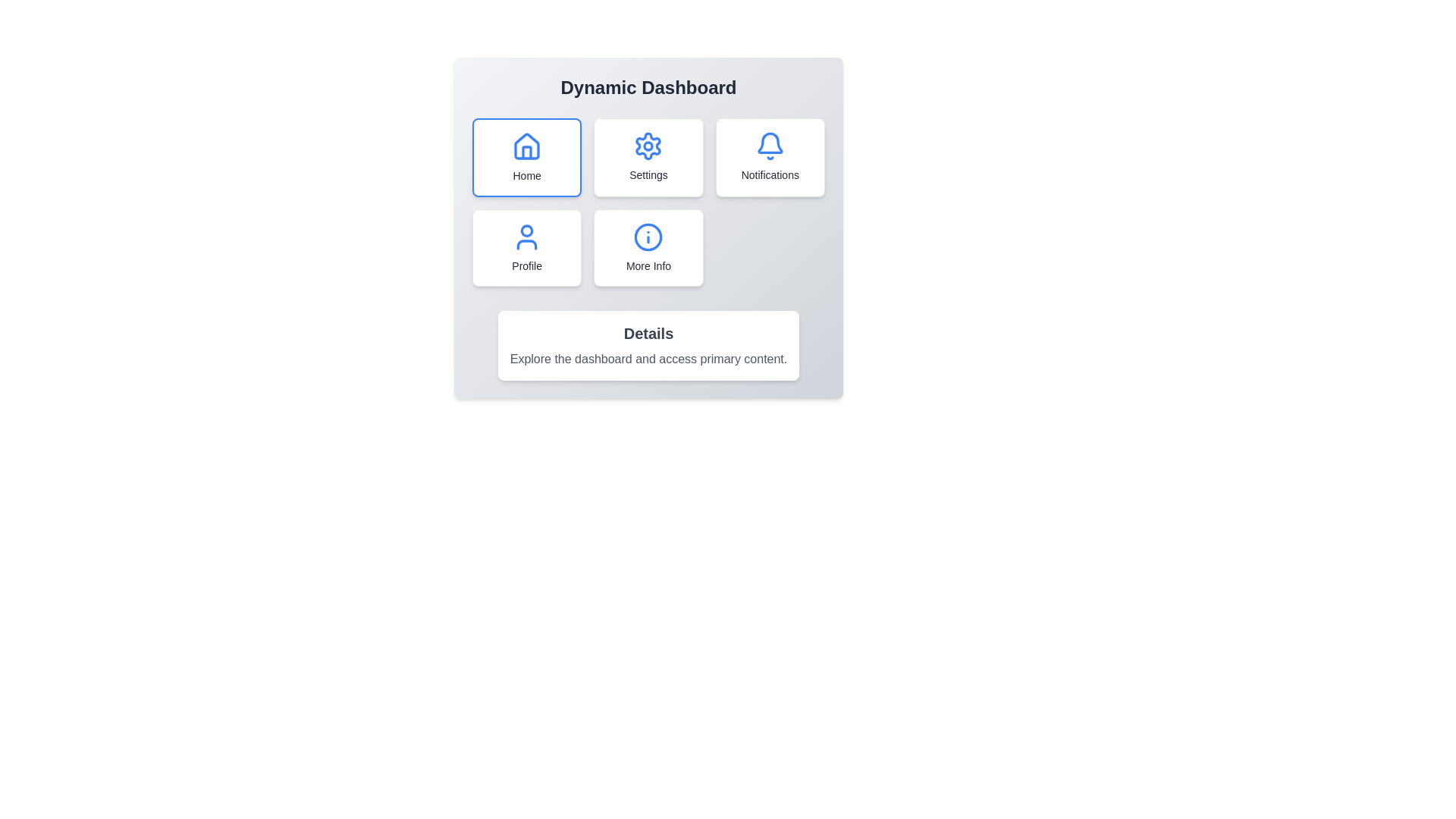 Image resolution: width=1456 pixels, height=819 pixels. I want to click on the circular user avatar icon with a blue outline located in the first column of the second row under the 'Dynamic Dashboard' heading, so click(527, 231).